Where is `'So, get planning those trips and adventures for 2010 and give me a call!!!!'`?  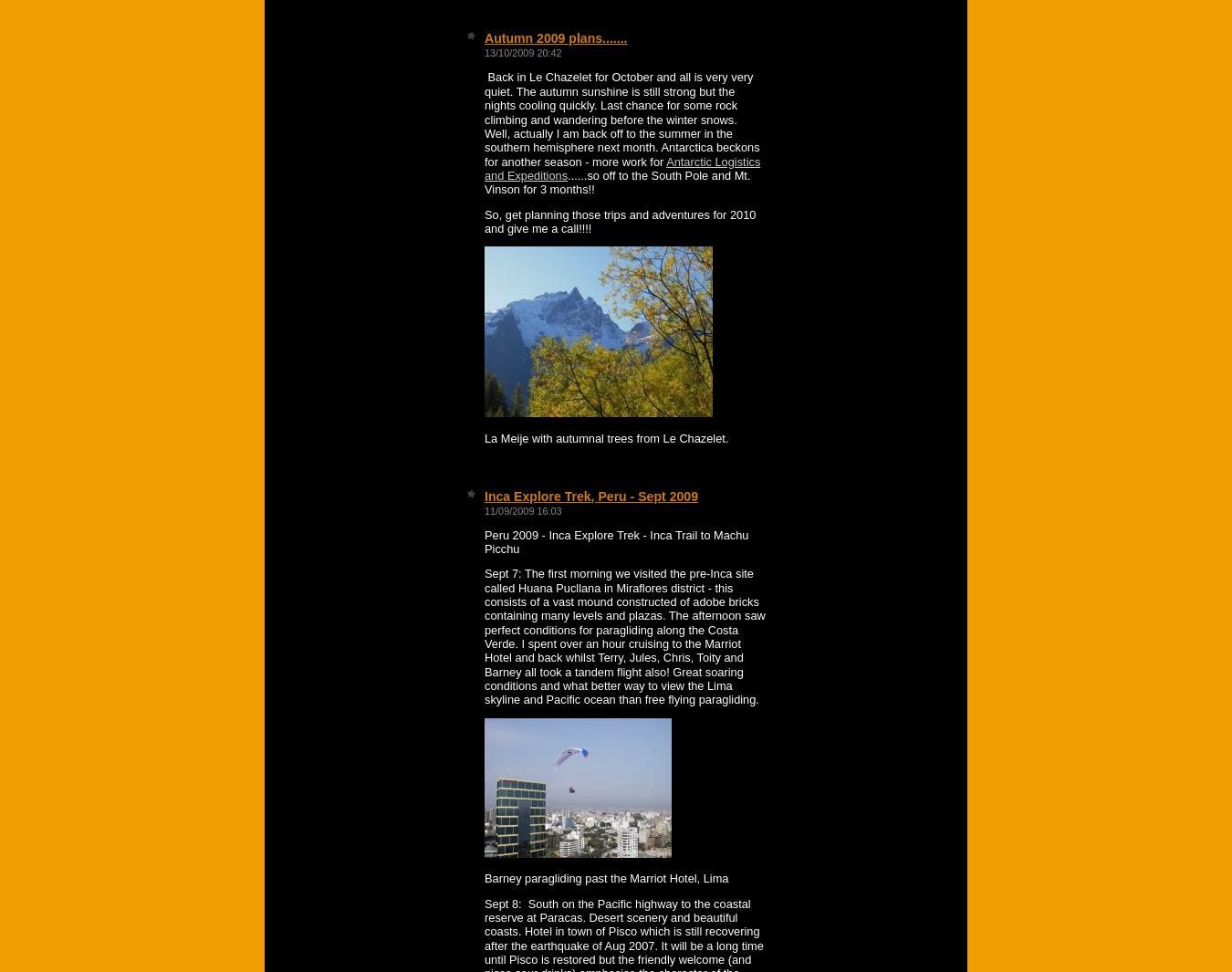
'So, get planning those trips and adventures for 2010 and give me a call!!!!' is located at coordinates (619, 220).